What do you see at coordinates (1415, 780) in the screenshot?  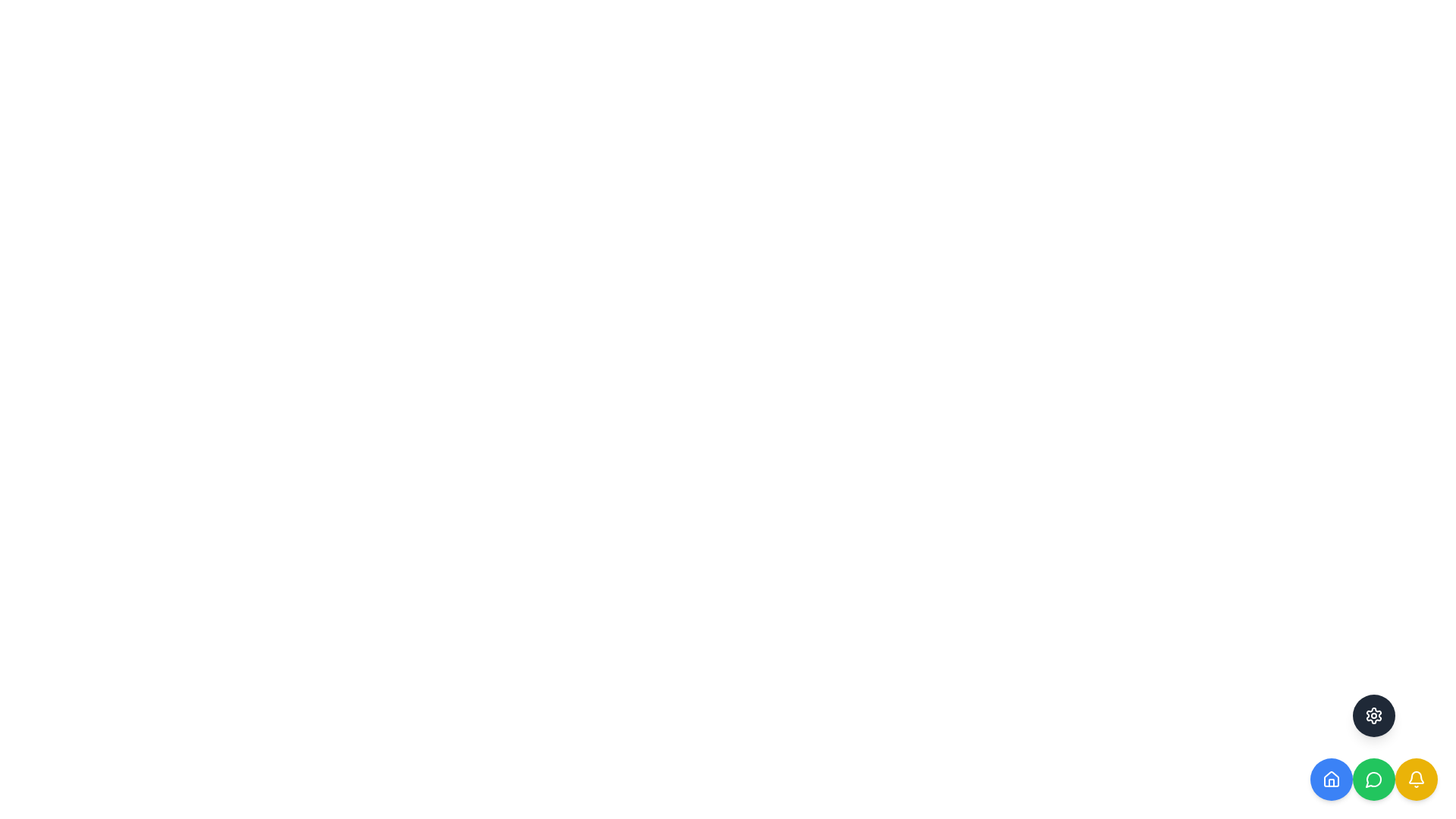 I see `the circular yellow button with a white bell icon at its center` at bounding box center [1415, 780].